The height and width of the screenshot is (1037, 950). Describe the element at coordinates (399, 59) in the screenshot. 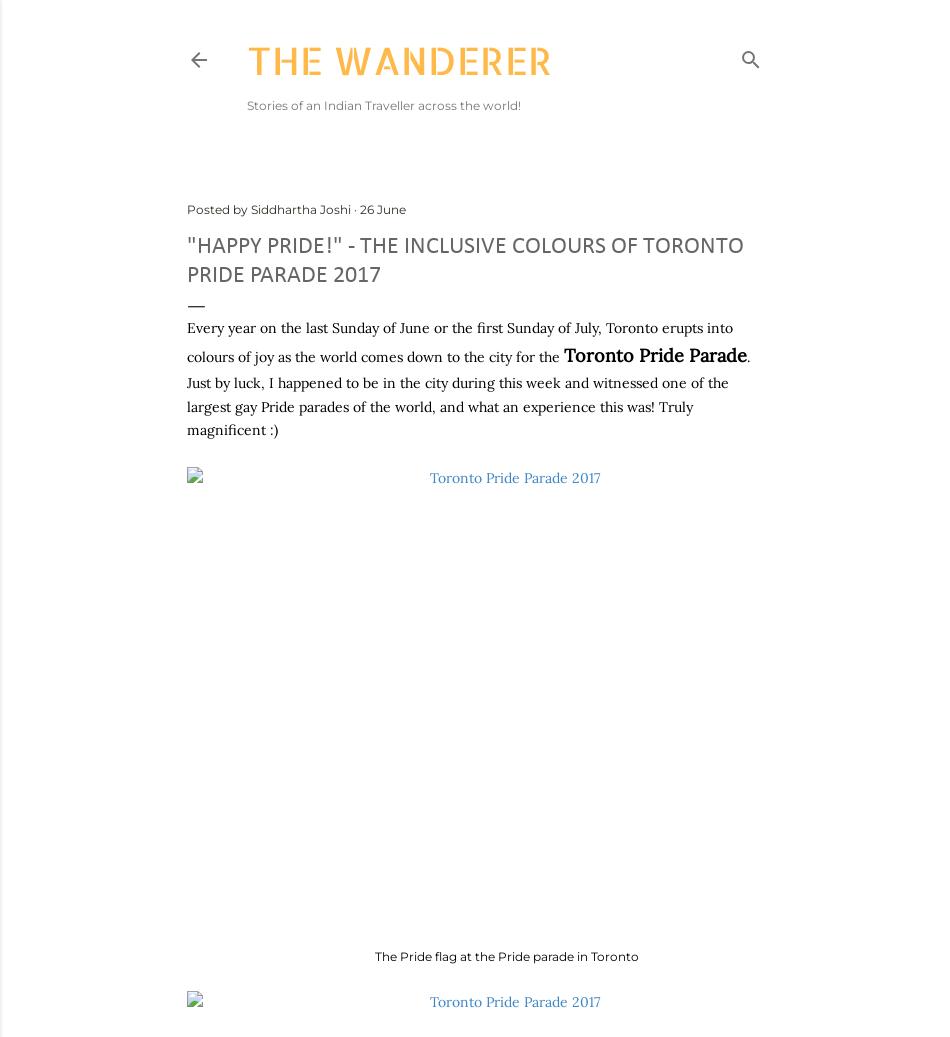

I see `'The Wanderer'` at that location.